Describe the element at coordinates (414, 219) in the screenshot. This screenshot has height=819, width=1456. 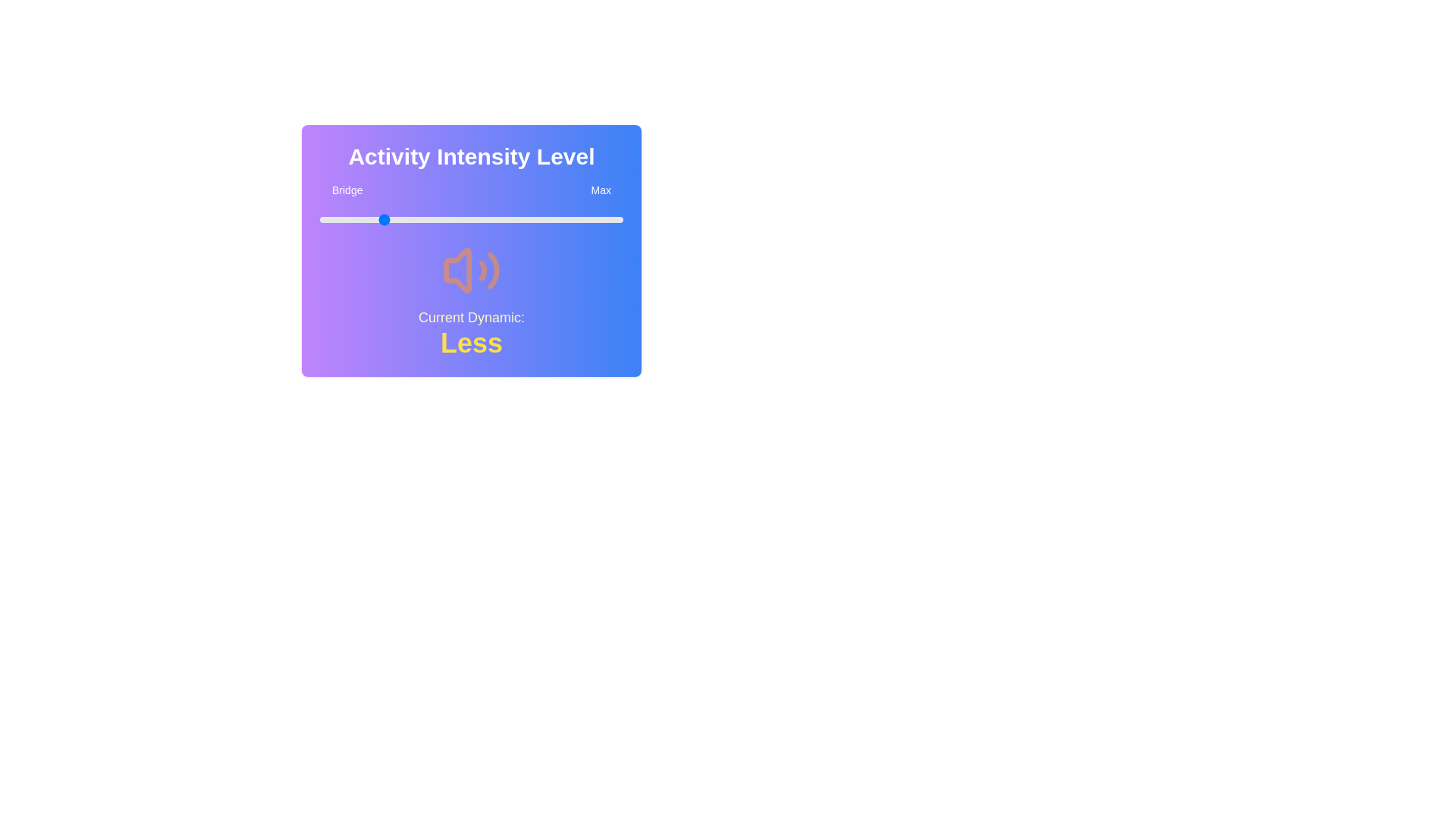
I see `the slider to set the intensity level to 31%` at that location.